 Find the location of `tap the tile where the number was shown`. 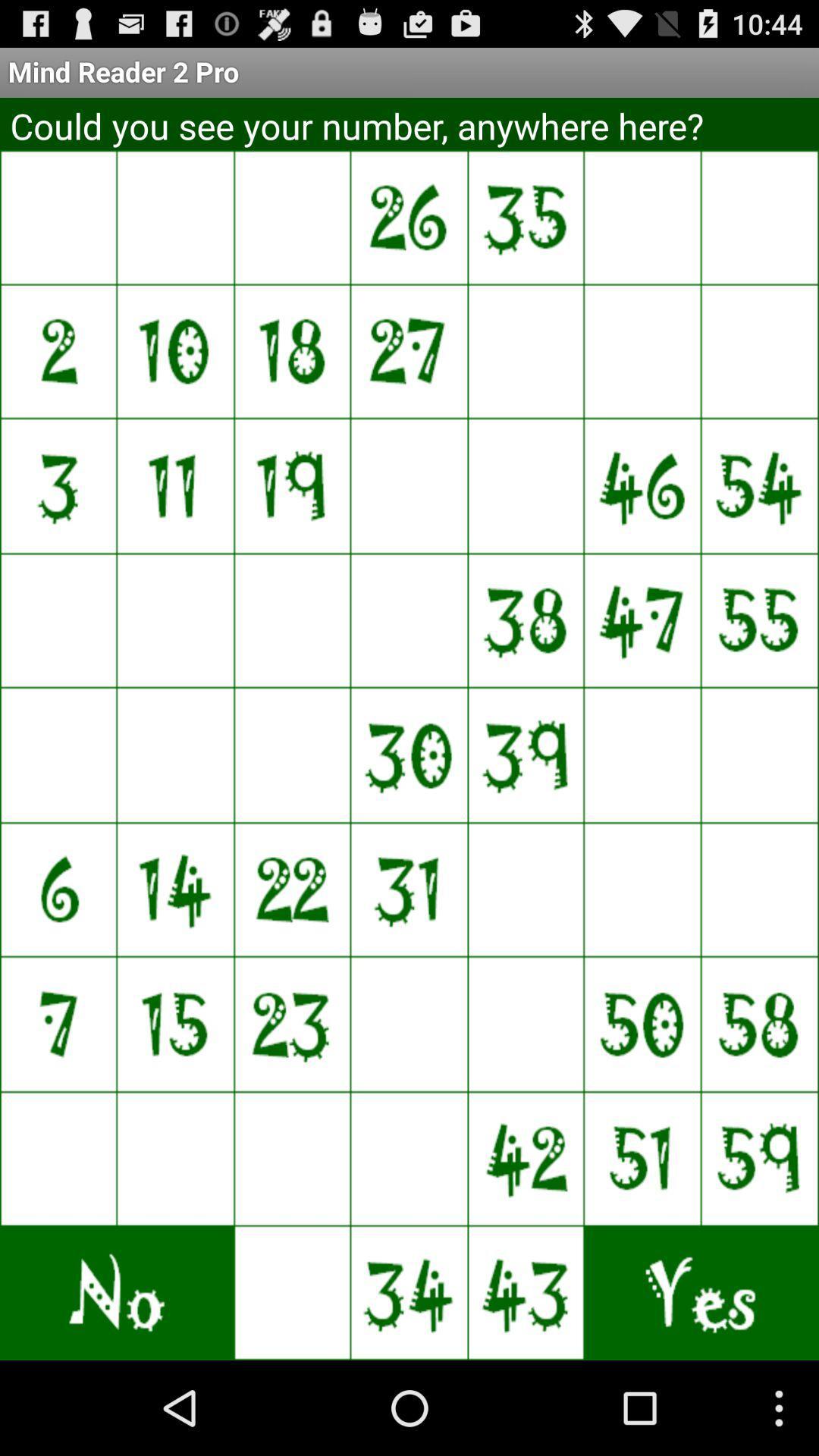

tap the tile where the number was shown is located at coordinates (234, 755).